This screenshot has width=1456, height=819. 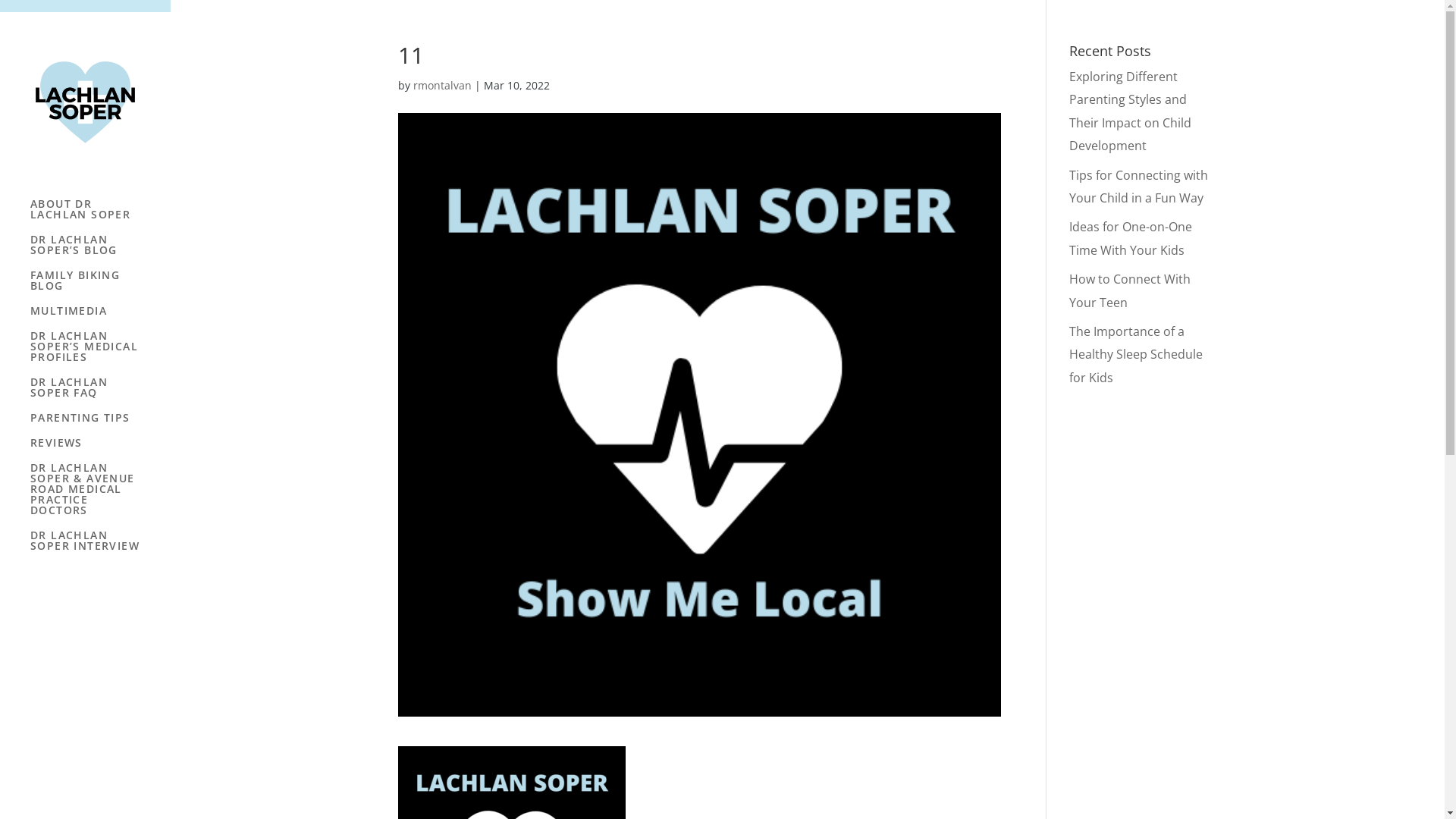 What do you see at coordinates (1131, 237) in the screenshot?
I see `'Ideas for One-on-One Time With Your Kids'` at bounding box center [1131, 237].